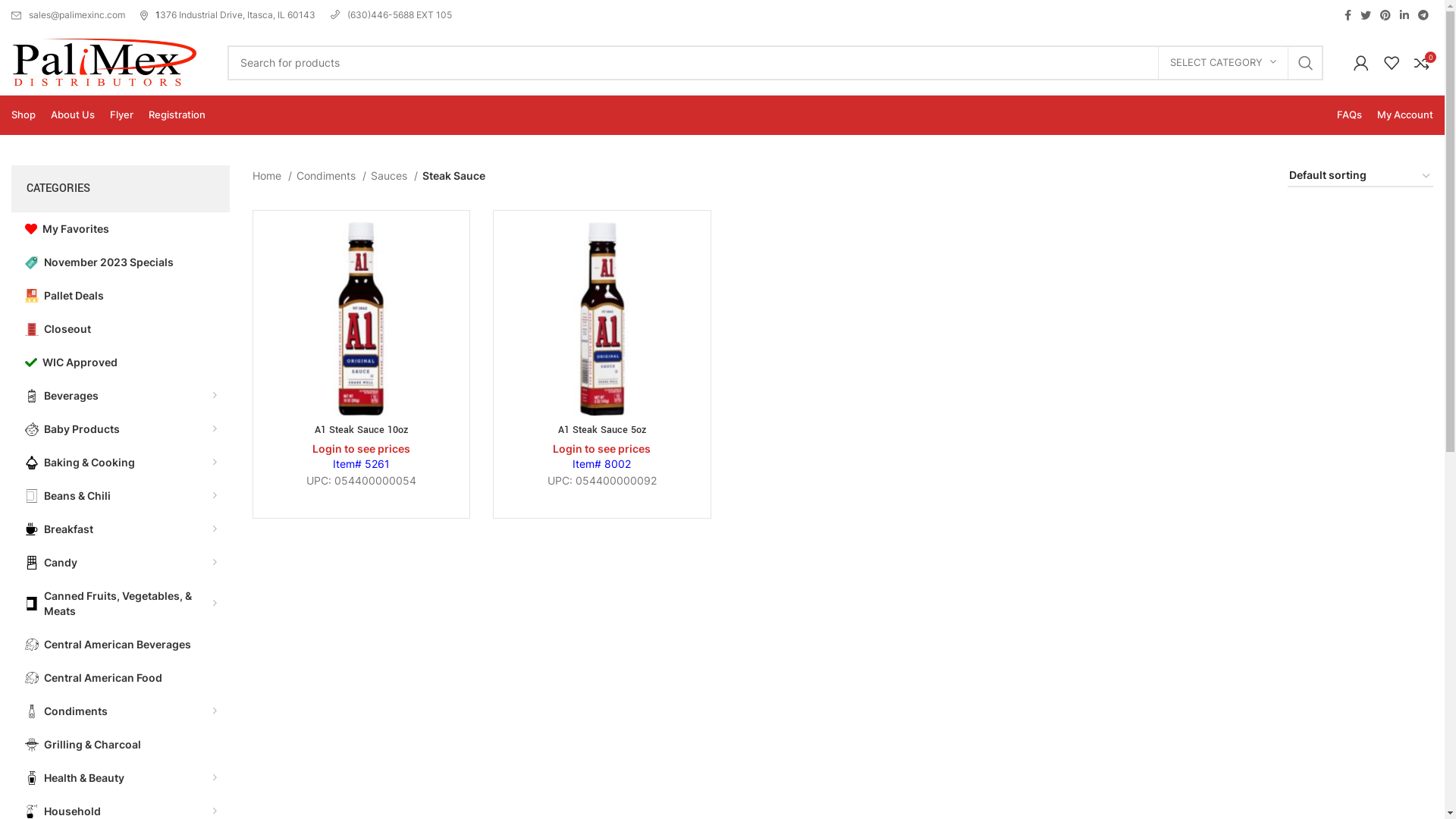  I want to click on 'price-tag-svgrepo-com', so click(32, 262).